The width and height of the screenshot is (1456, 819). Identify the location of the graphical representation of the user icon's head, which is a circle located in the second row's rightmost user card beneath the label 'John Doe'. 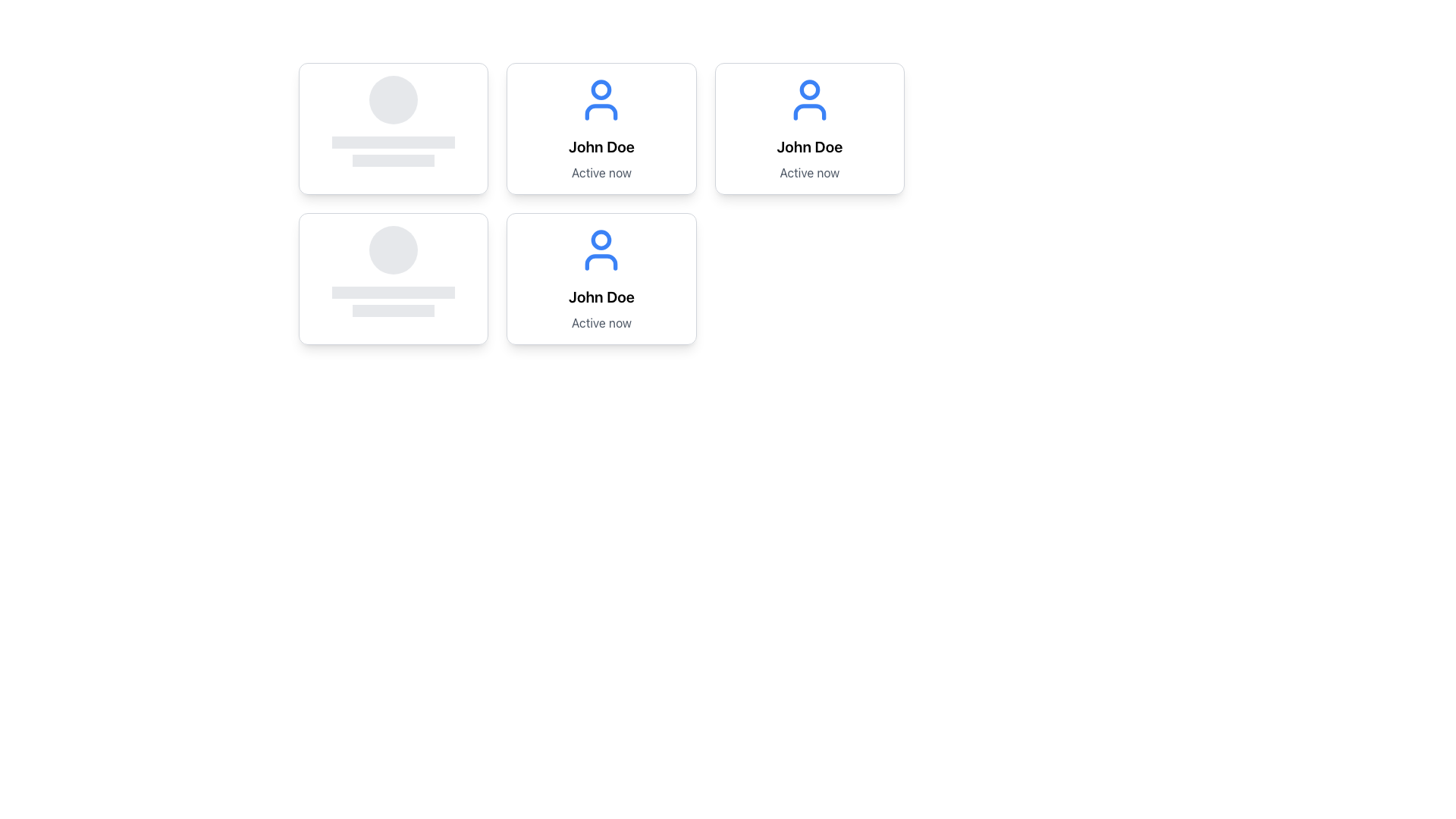
(601, 239).